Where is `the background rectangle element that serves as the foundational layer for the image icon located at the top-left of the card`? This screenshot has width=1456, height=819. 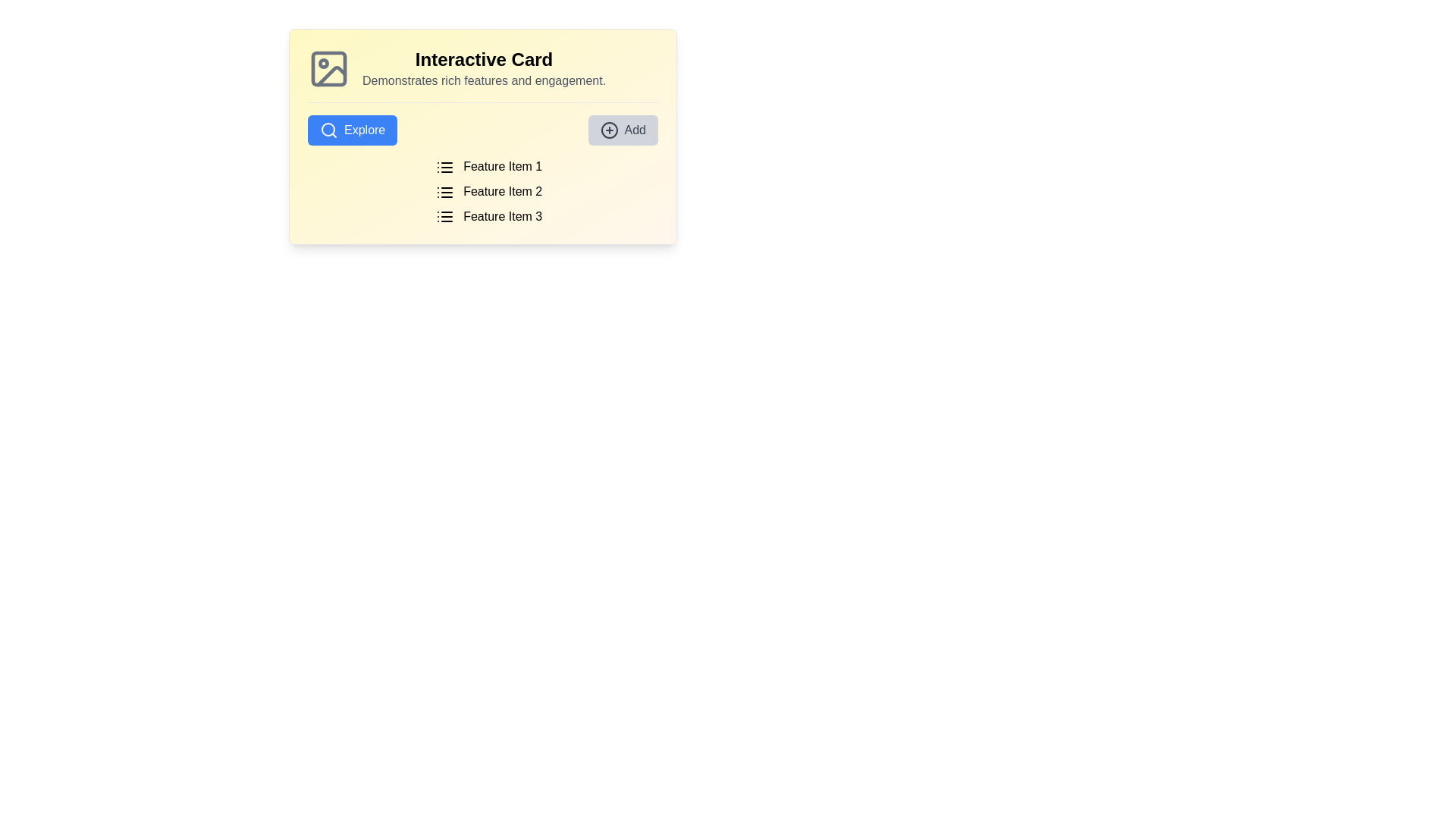 the background rectangle element that serves as the foundational layer for the image icon located at the top-left of the card is located at coordinates (328, 69).